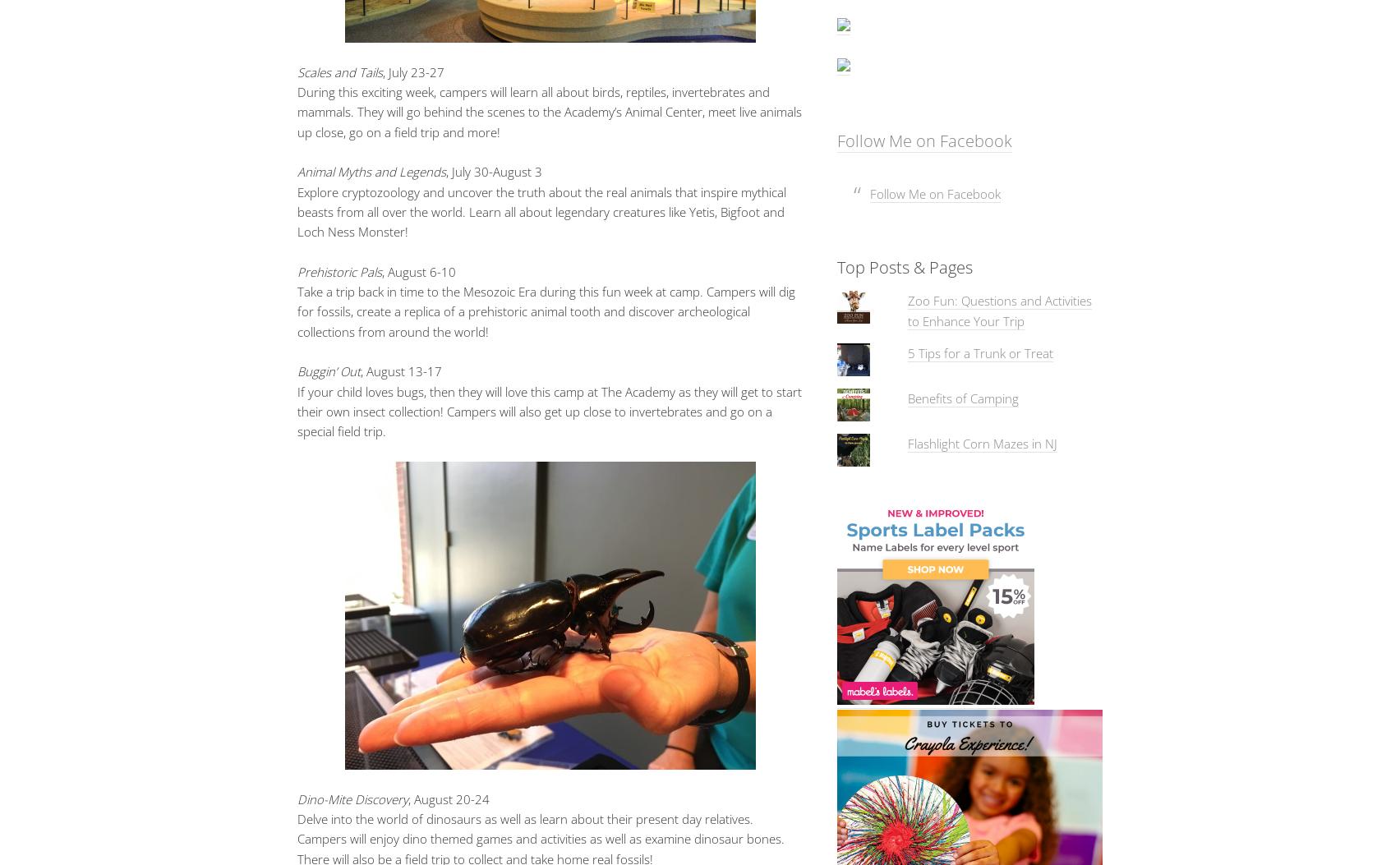 The width and height of the screenshot is (1400, 865). What do you see at coordinates (296, 172) in the screenshot?
I see `'Animal Myths and Legends'` at bounding box center [296, 172].